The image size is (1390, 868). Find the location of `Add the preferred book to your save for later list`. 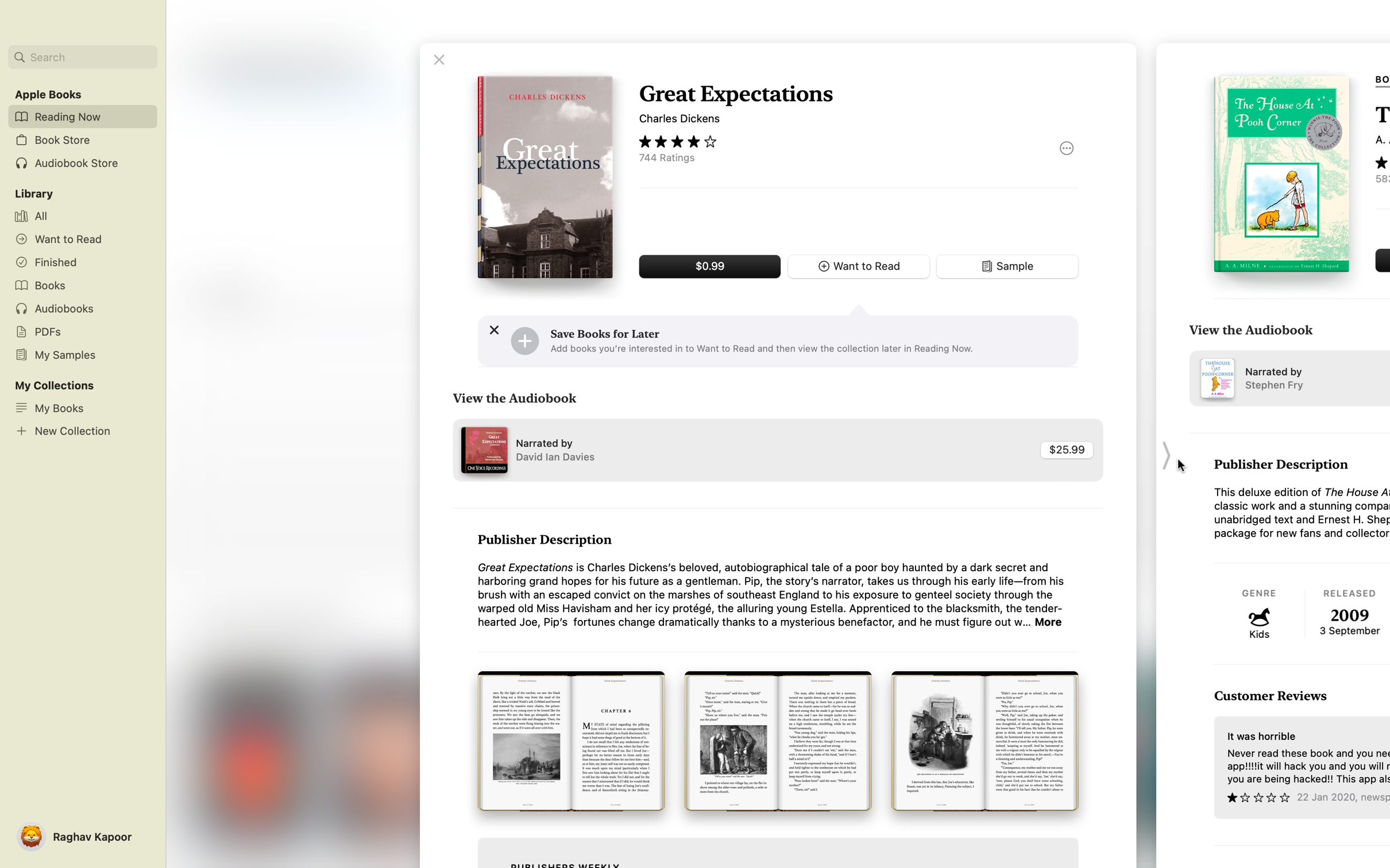

Add the preferred book to your save for later list is located at coordinates (524, 340).